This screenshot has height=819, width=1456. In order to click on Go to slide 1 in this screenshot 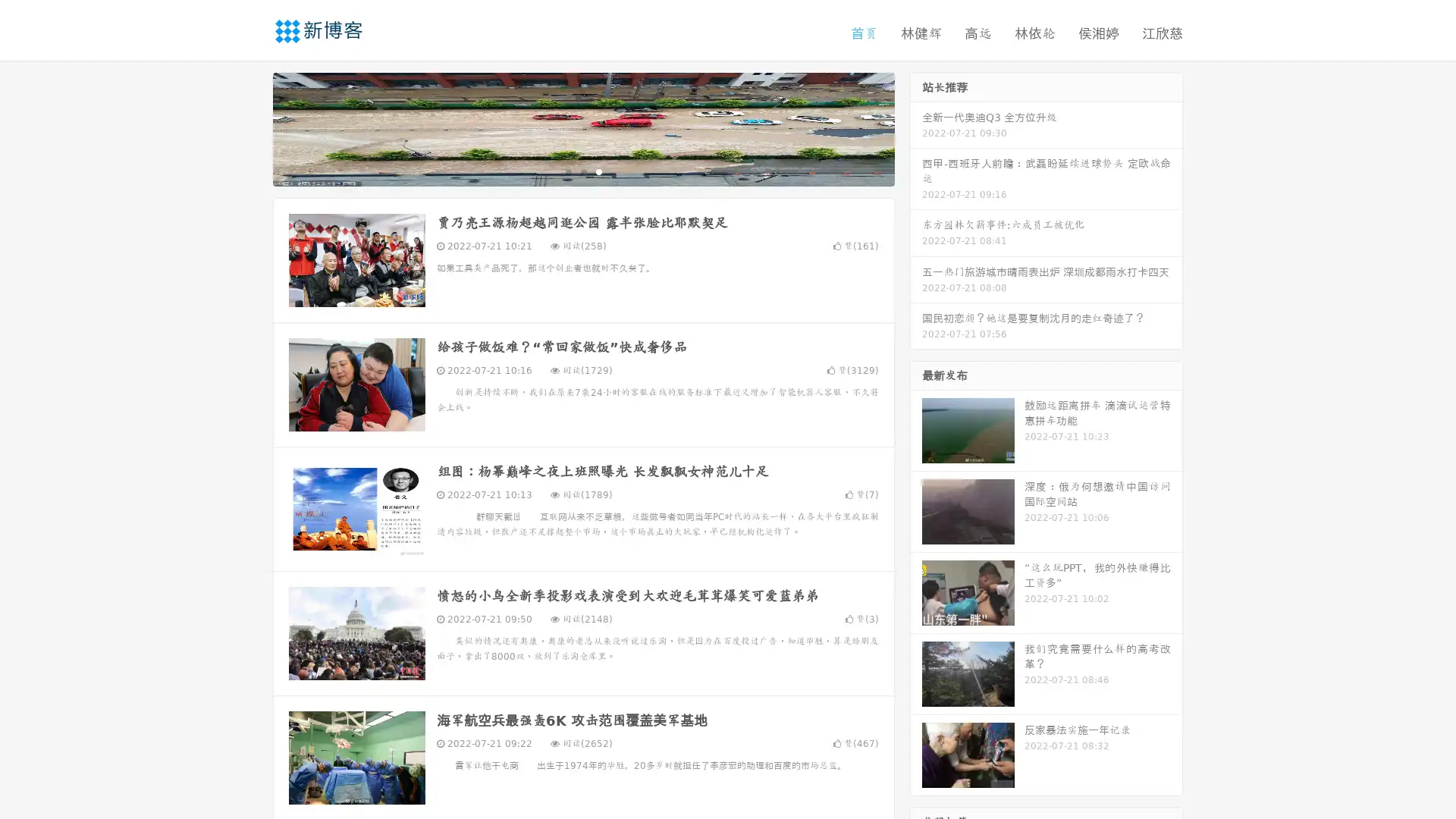, I will do `click(567, 171)`.